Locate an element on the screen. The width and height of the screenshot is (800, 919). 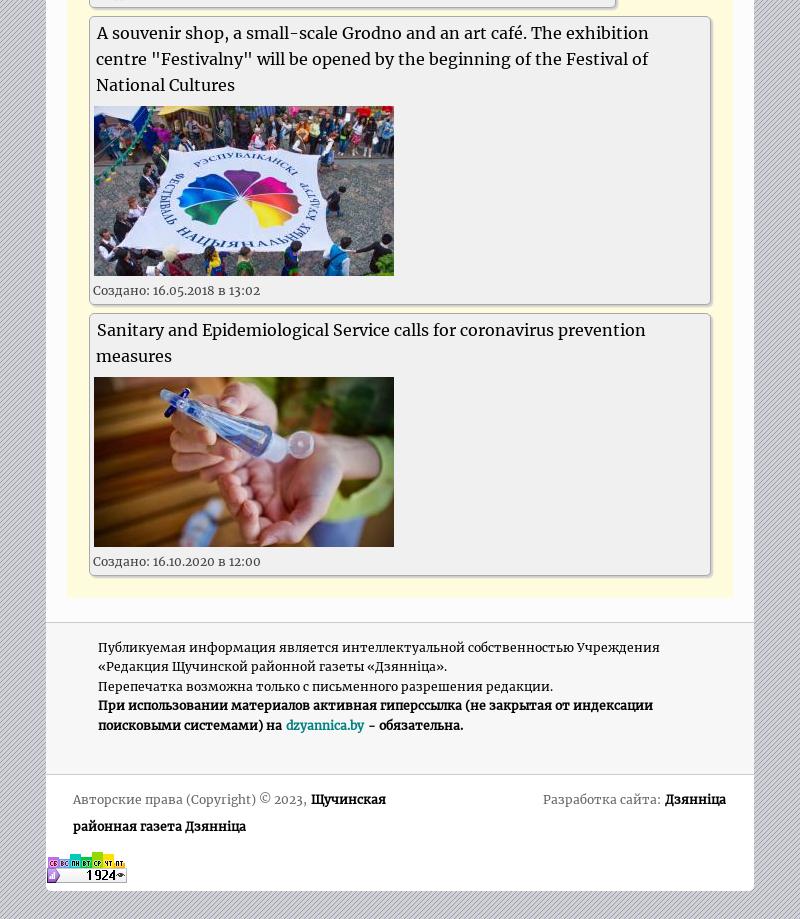
'Авторские права (Copyright) © 2023,' is located at coordinates (189, 799).